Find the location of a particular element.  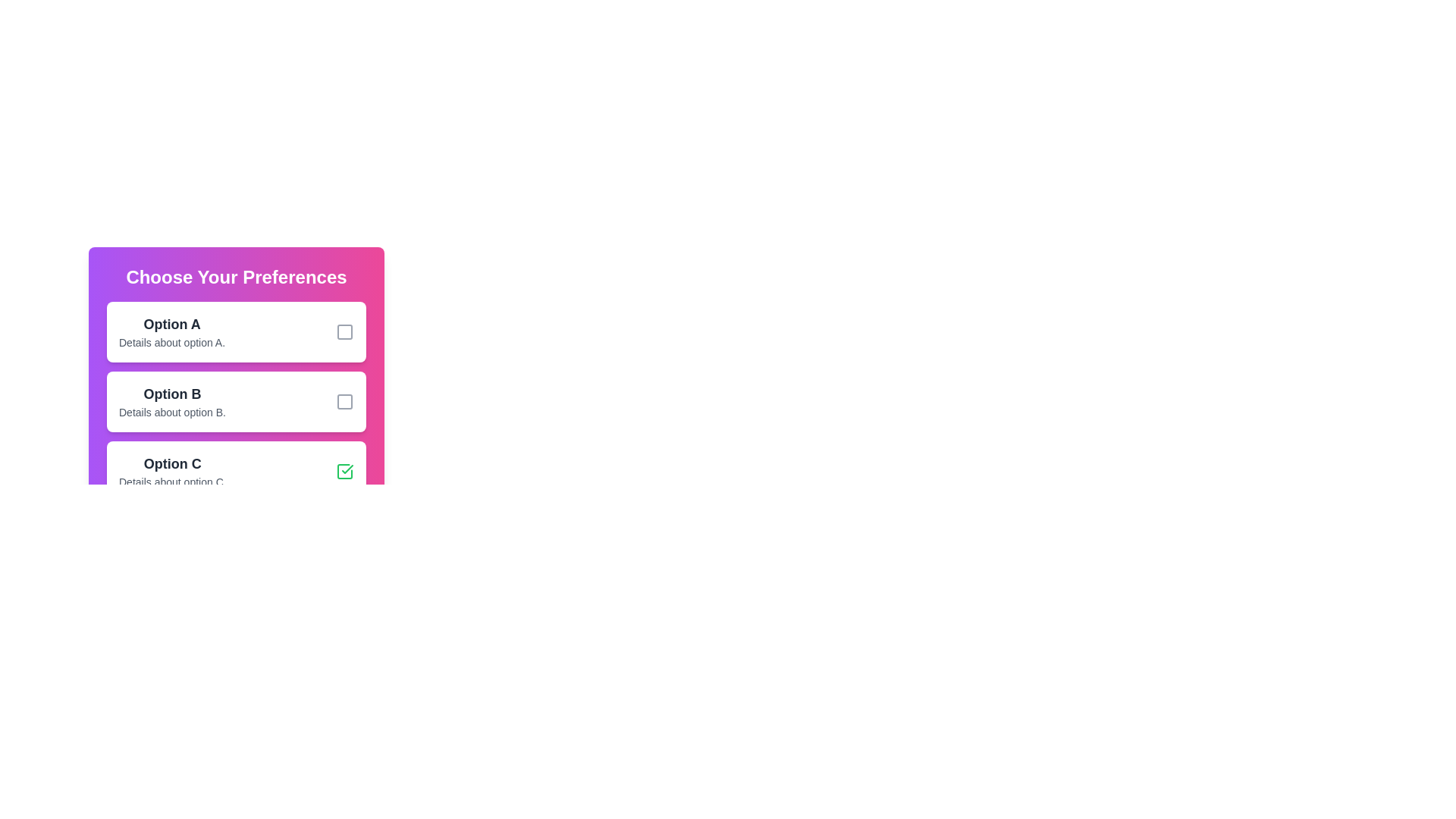

text content of 'Option B' within the selection section, which is visually distinct and located between 'Option A' and 'Option C' is located at coordinates (172, 400).